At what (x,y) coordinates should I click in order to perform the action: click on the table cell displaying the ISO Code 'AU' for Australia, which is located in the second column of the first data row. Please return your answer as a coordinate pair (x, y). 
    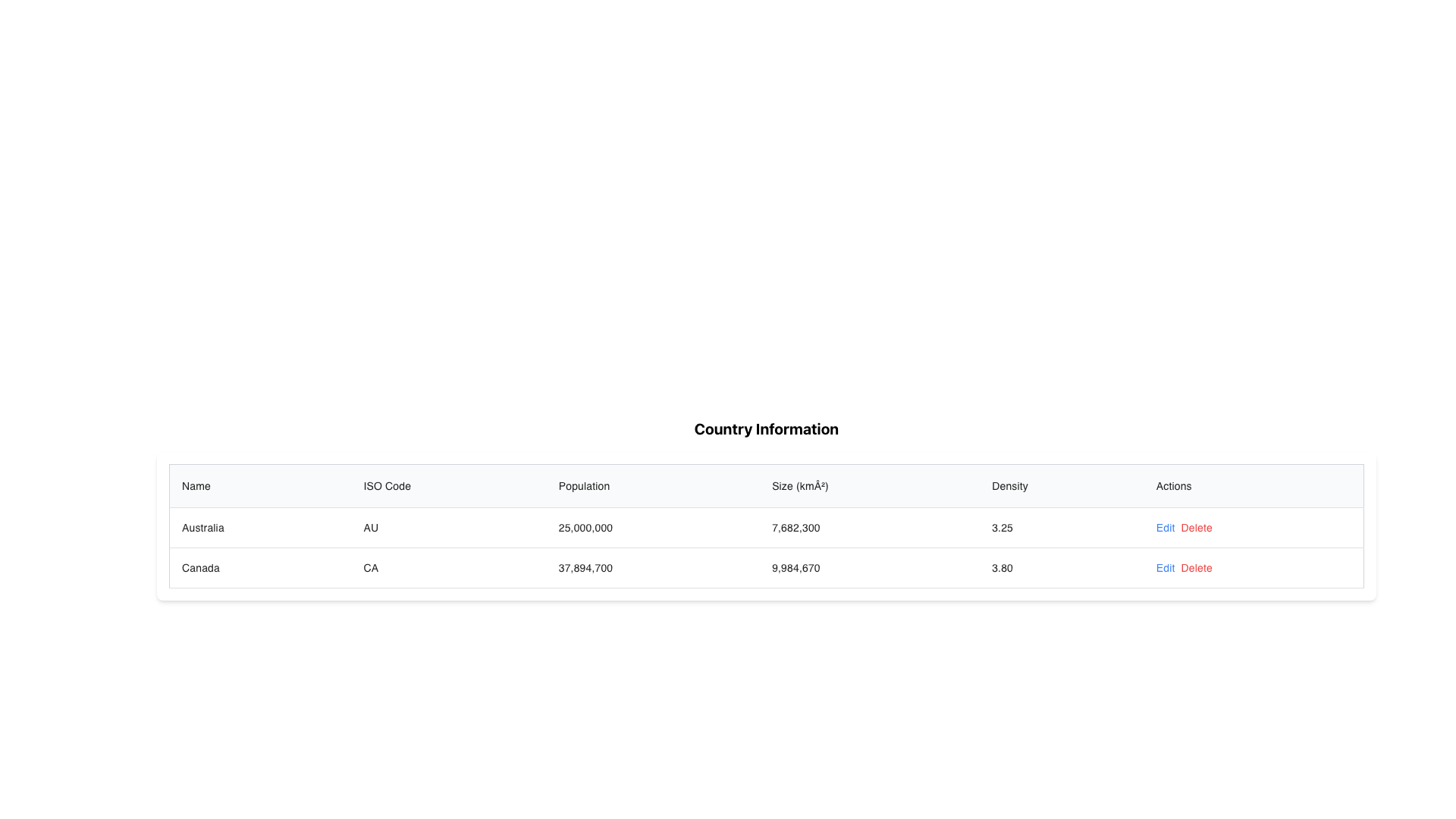
    Looking at the image, I should click on (448, 527).